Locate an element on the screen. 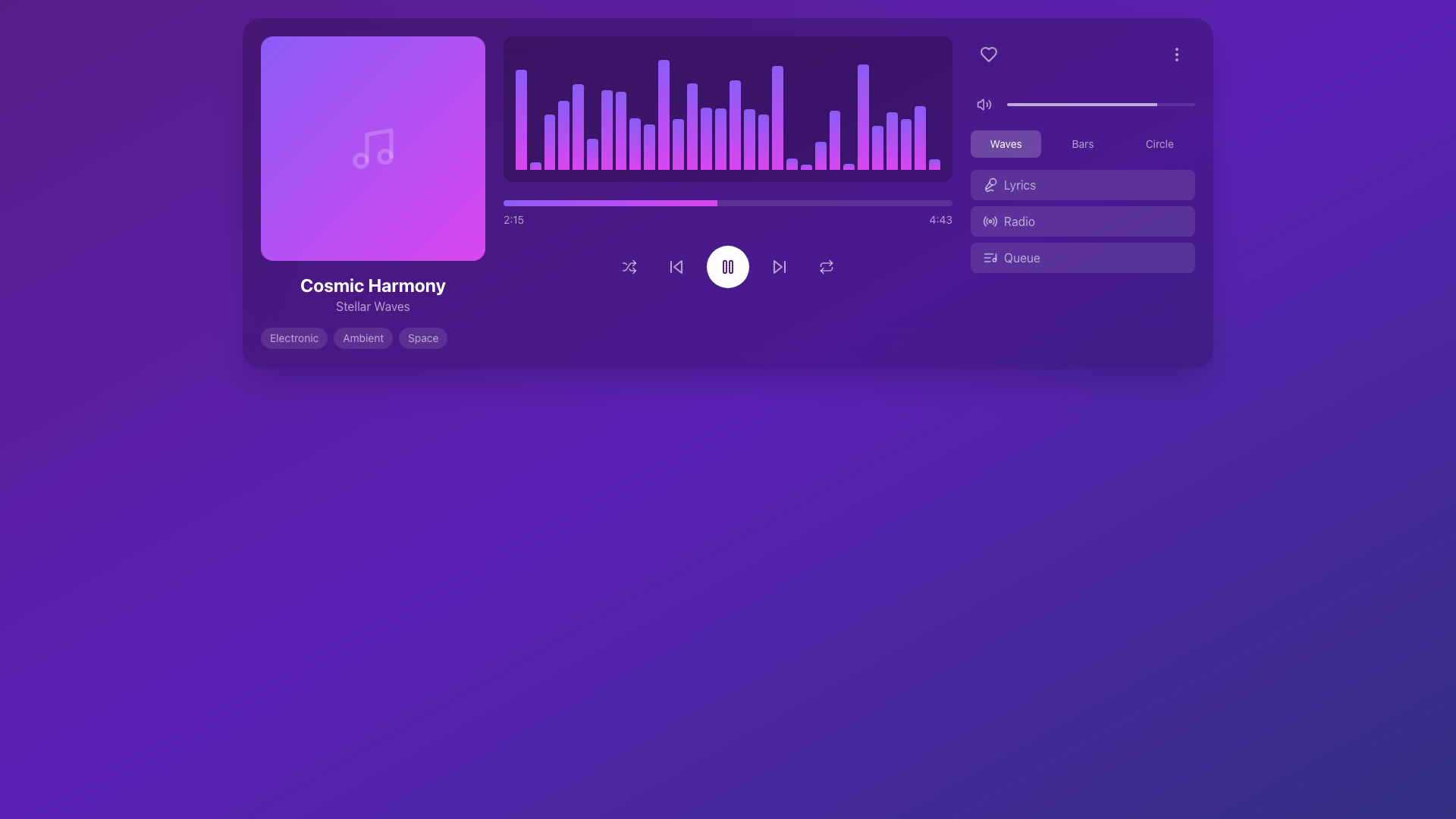 The height and width of the screenshot is (819, 1456). the 7th vertical audio bar component, which is styled with a gradient from fuchsia to violet and has rounded edges, located in the visualization section of the music player interface is located at coordinates (607, 129).